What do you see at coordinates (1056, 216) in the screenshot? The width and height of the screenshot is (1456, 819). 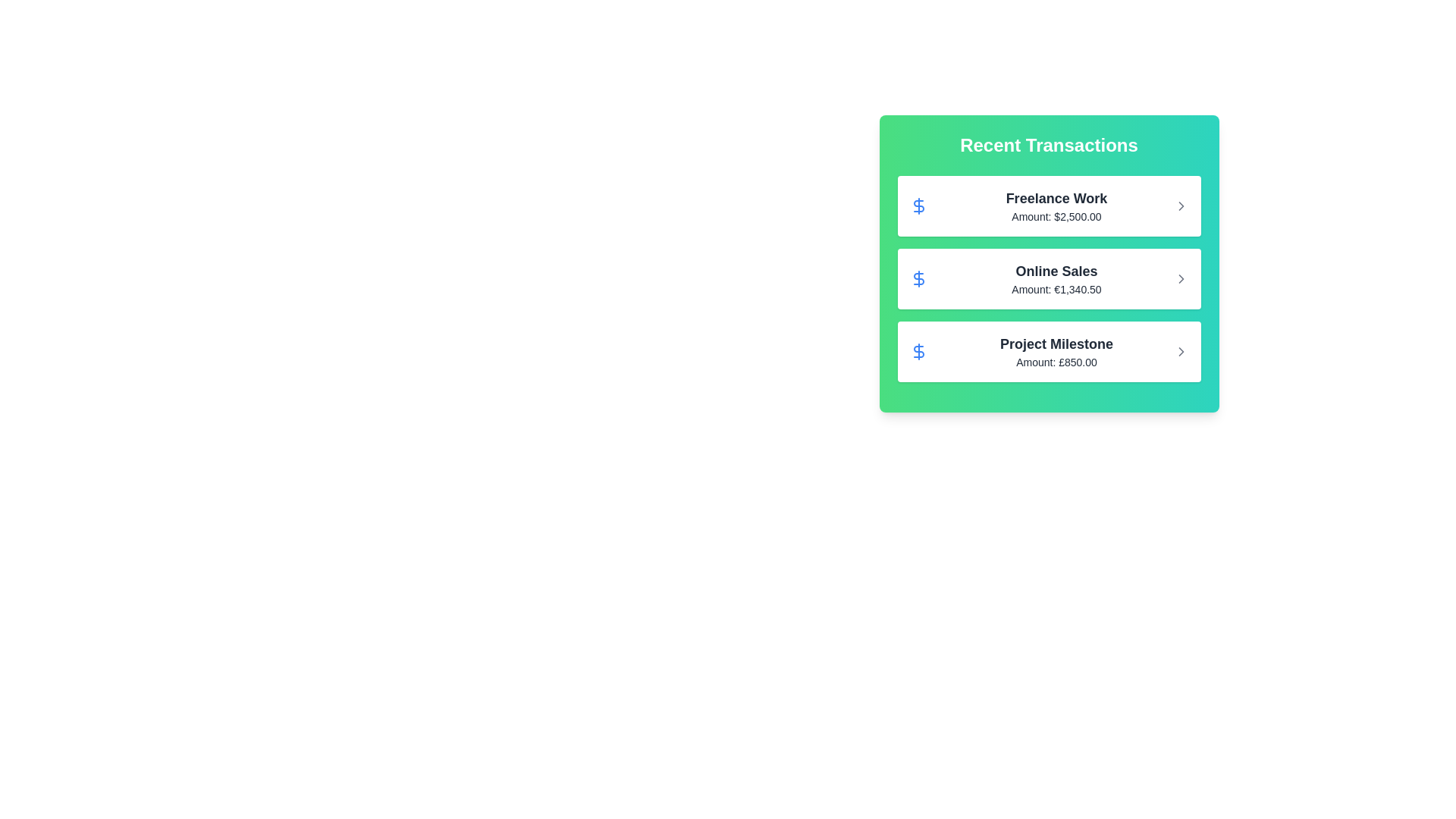 I see `the static text displaying the amount '$2,500.00' located beneath the 'Freelance Work' text in the 'Recent Transactions' section` at bounding box center [1056, 216].